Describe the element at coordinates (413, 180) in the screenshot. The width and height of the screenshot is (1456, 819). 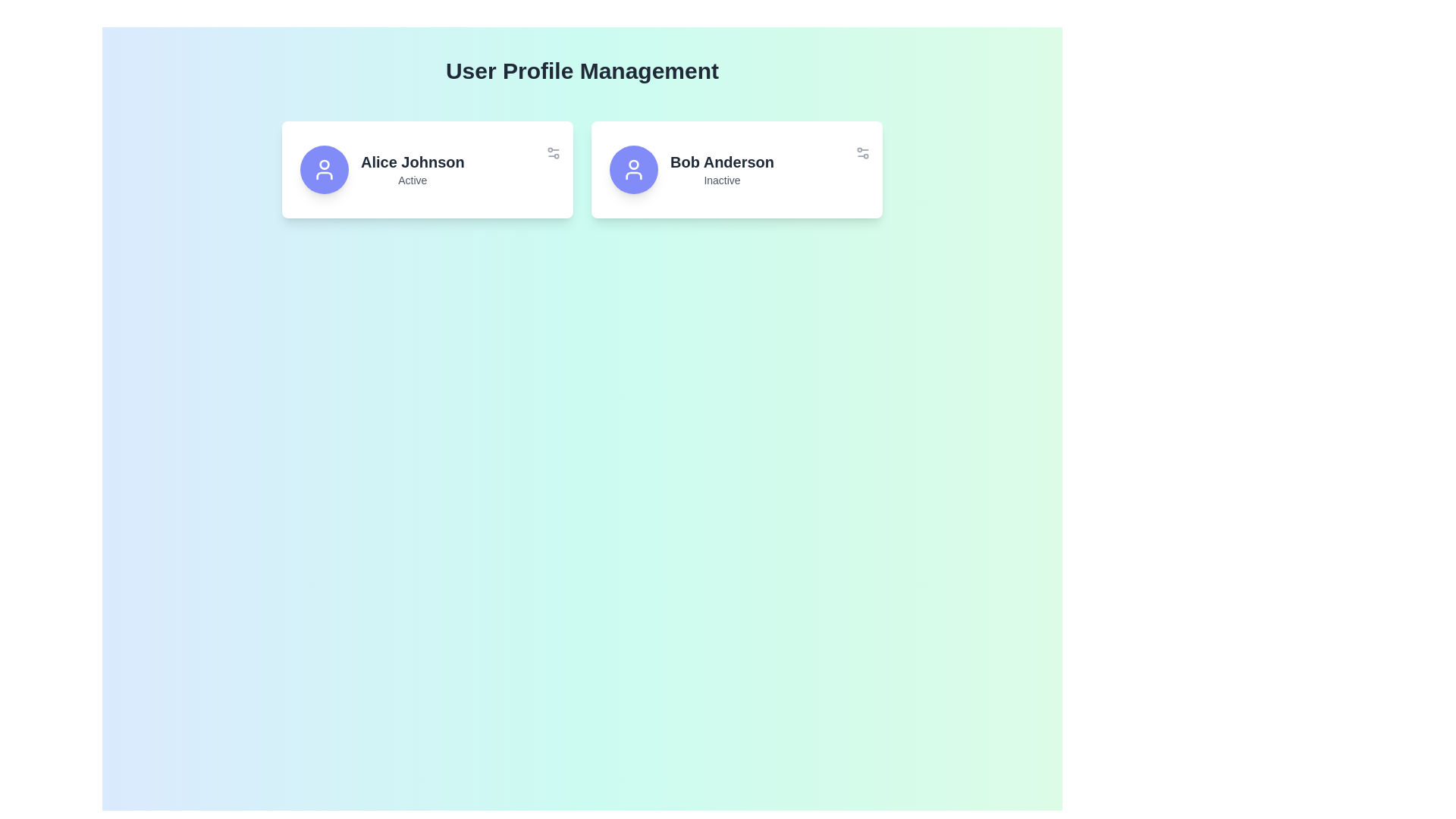
I see `the static text label indicating the user status 'Active' located under the heading 'Alice Johnson' in the left card of the two-card layout` at that location.